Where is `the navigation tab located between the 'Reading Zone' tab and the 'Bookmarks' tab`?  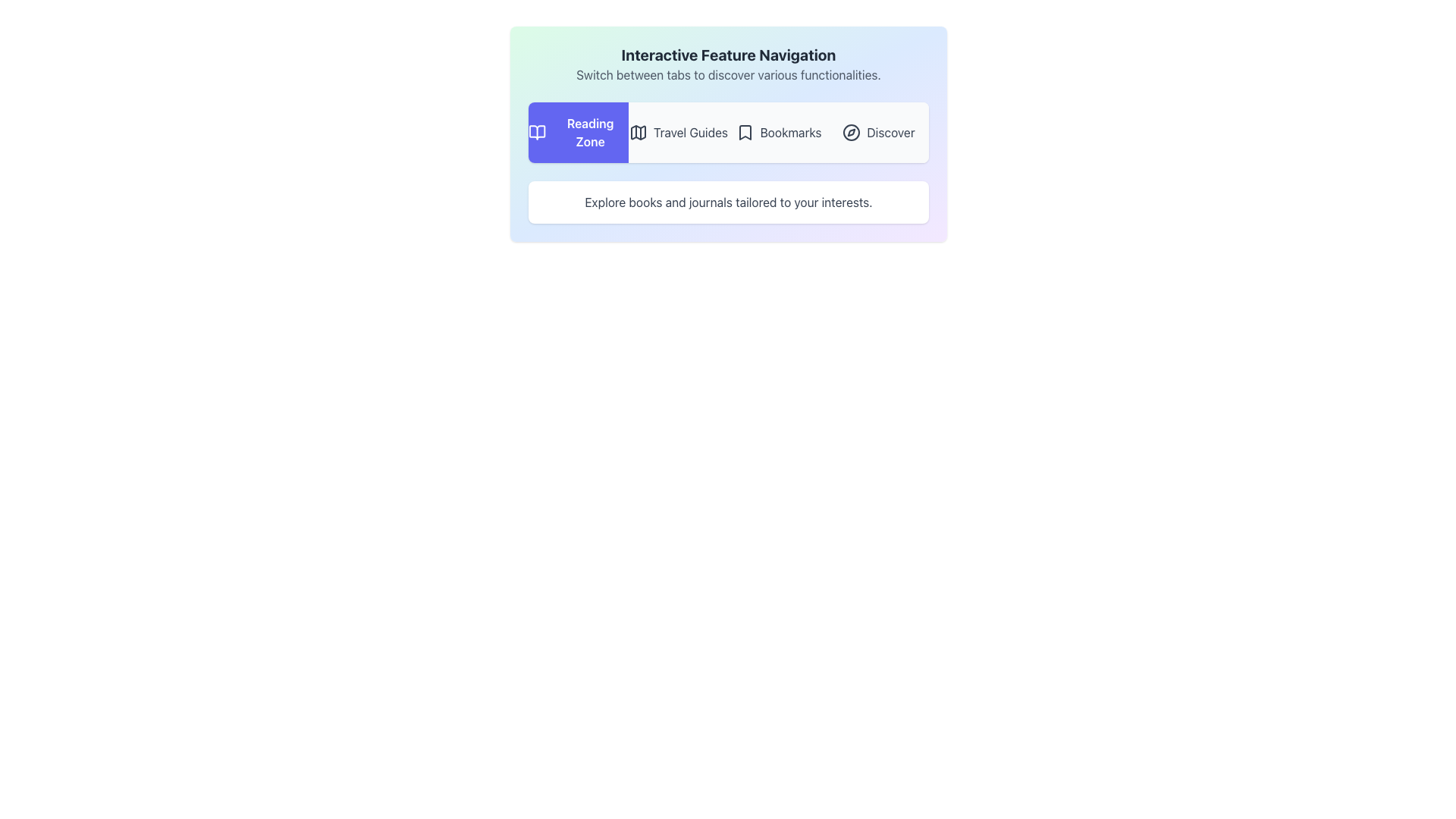
the navigation tab located between the 'Reading Zone' tab and the 'Bookmarks' tab is located at coordinates (728, 131).